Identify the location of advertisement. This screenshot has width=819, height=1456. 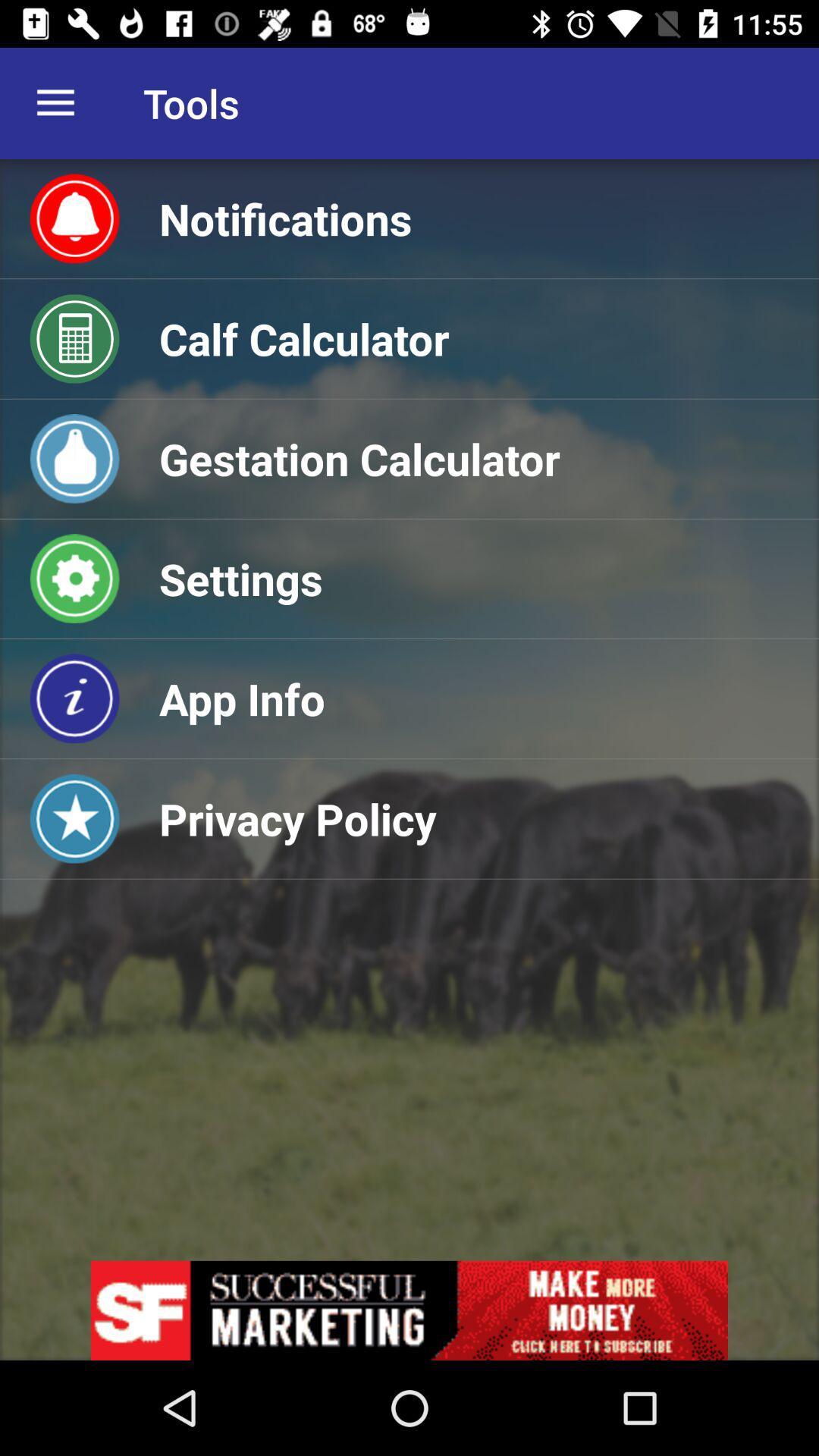
(409, 1310).